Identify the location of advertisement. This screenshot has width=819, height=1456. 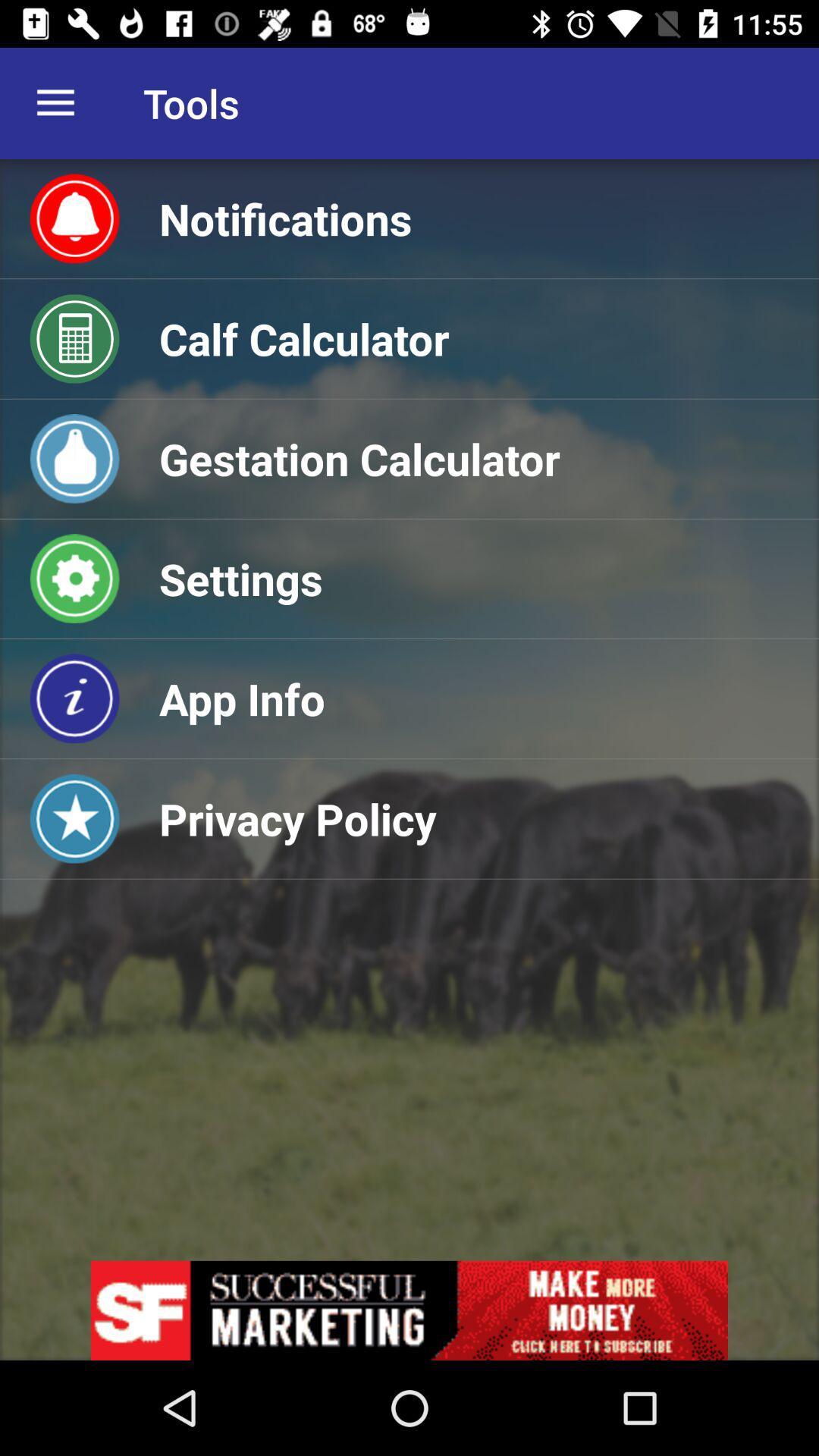
(409, 1310).